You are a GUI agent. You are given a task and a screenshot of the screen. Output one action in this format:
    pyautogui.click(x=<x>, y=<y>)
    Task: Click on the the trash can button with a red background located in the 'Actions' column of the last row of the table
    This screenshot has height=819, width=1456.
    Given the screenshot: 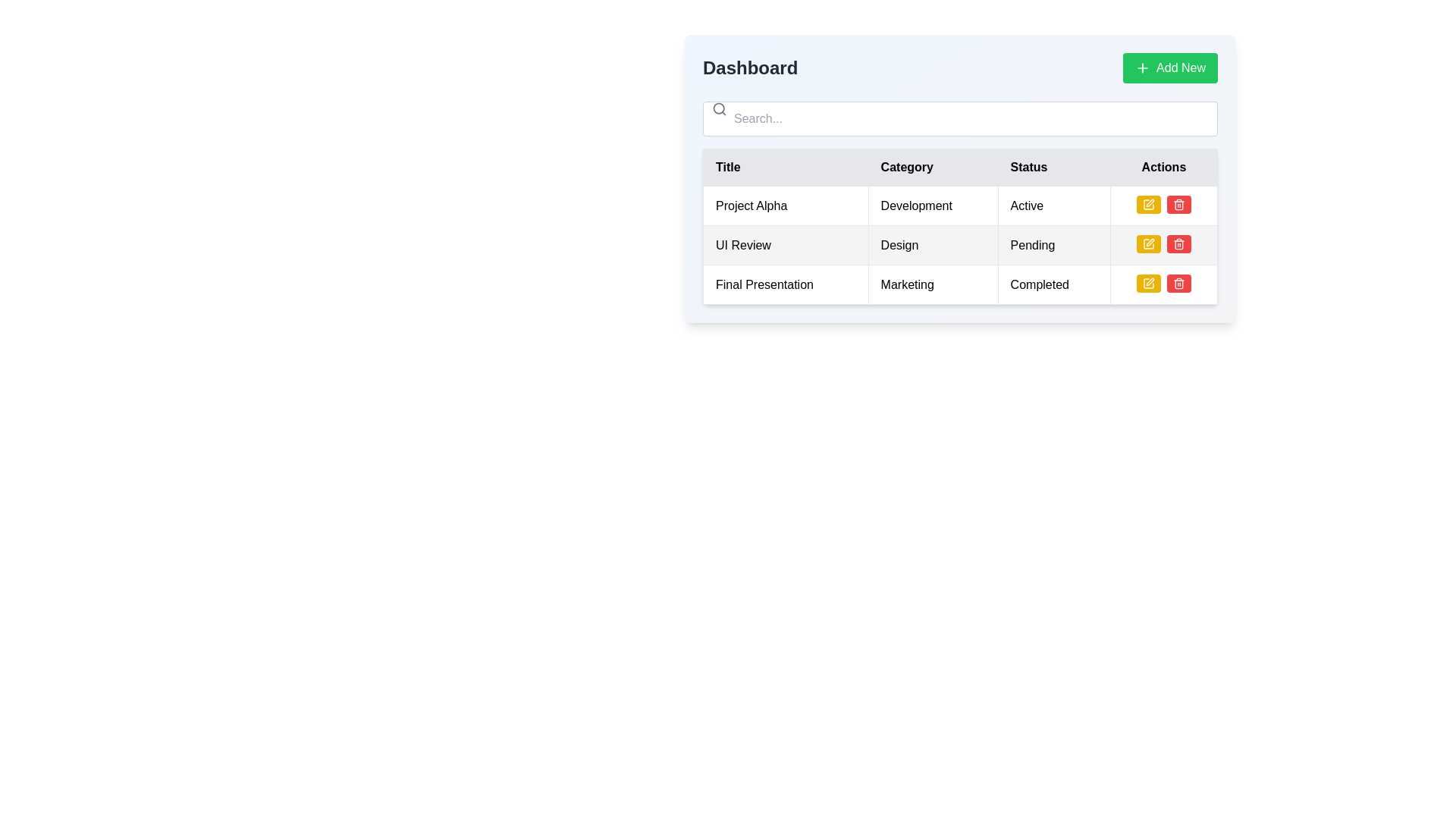 What is the action you would take?
    pyautogui.click(x=1178, y=205)
    